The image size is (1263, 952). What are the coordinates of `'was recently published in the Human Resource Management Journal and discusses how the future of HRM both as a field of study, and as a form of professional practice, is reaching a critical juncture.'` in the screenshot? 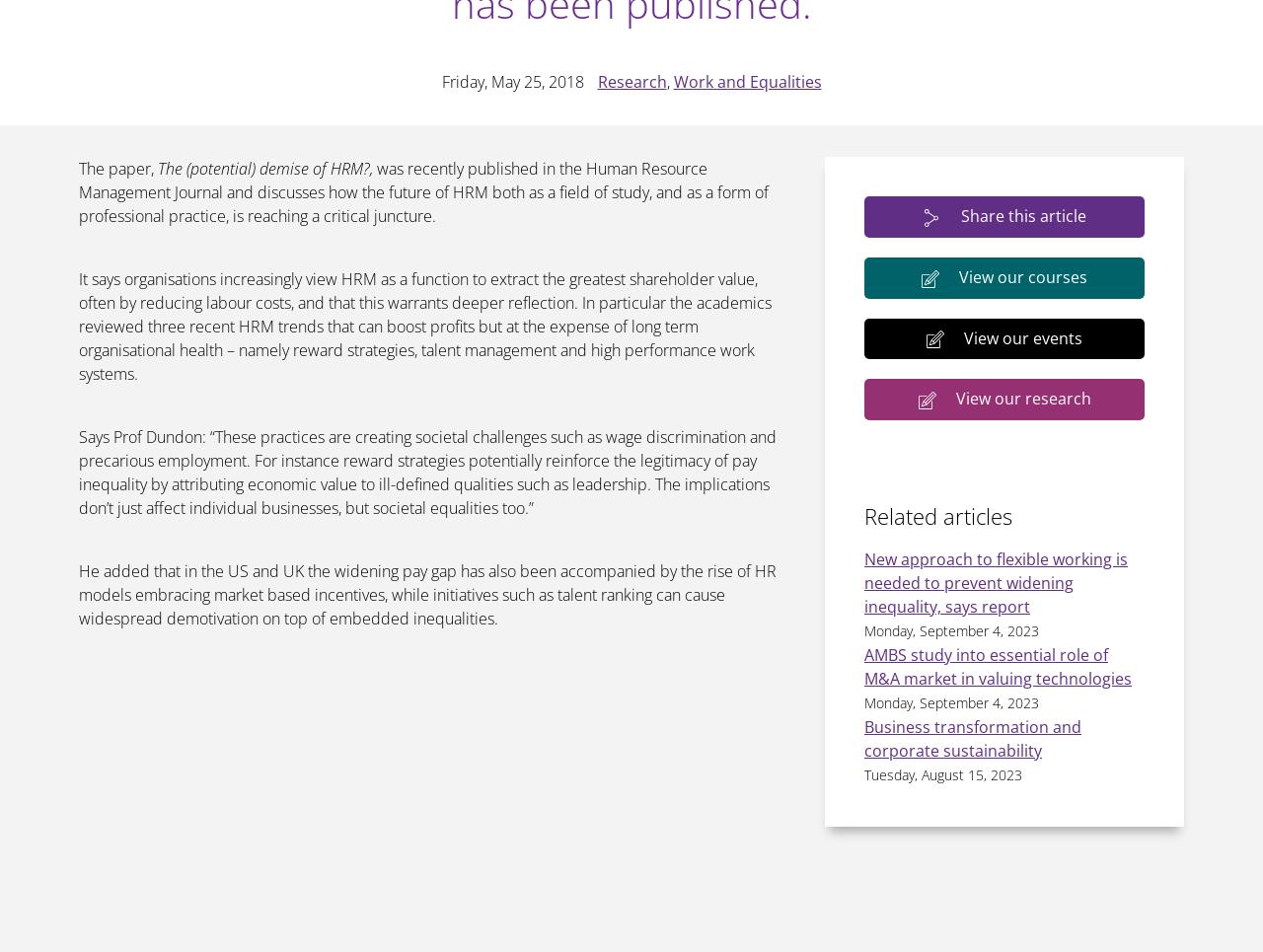 It's located at (422, 192).